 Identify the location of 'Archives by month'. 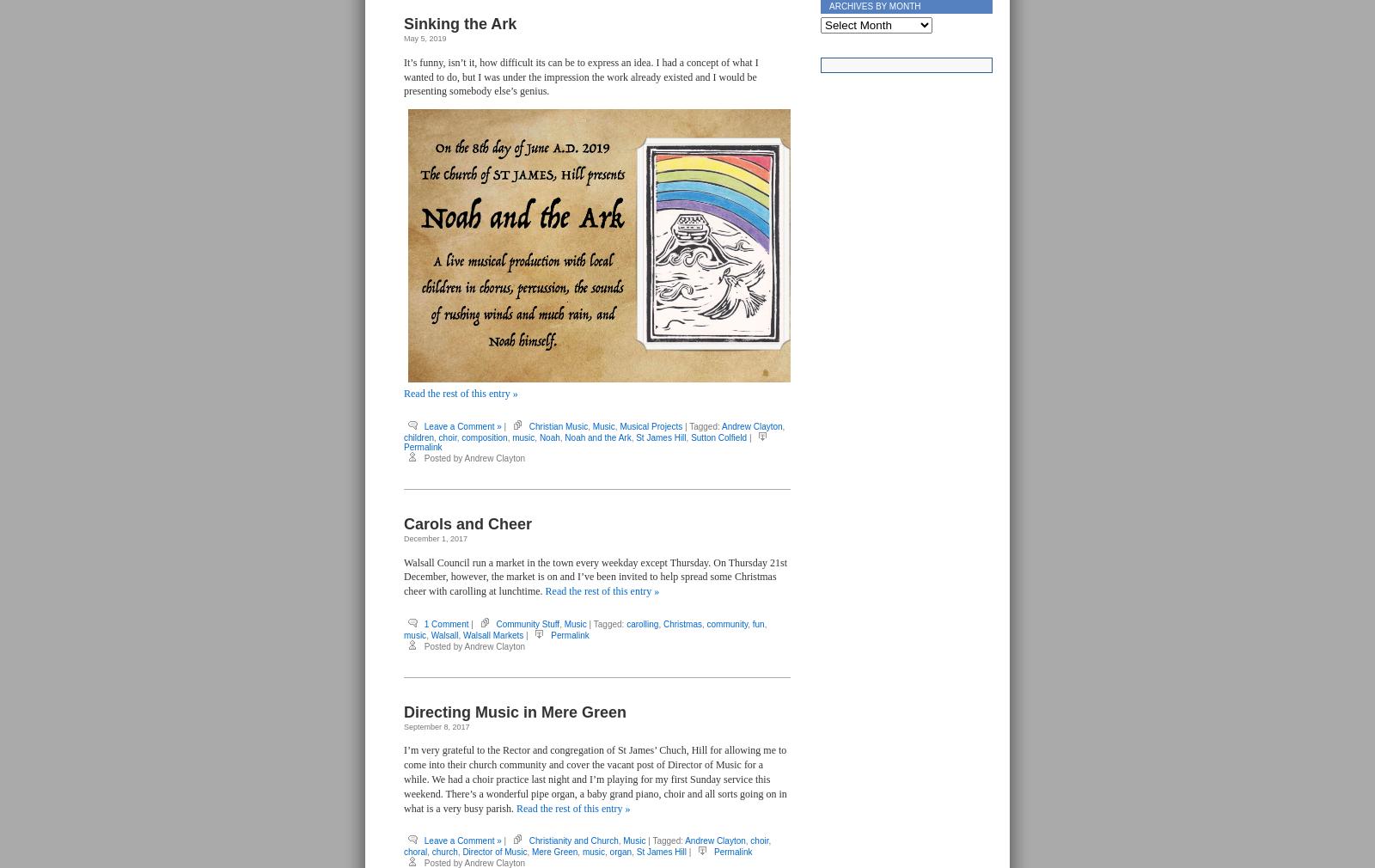
(874, 5).